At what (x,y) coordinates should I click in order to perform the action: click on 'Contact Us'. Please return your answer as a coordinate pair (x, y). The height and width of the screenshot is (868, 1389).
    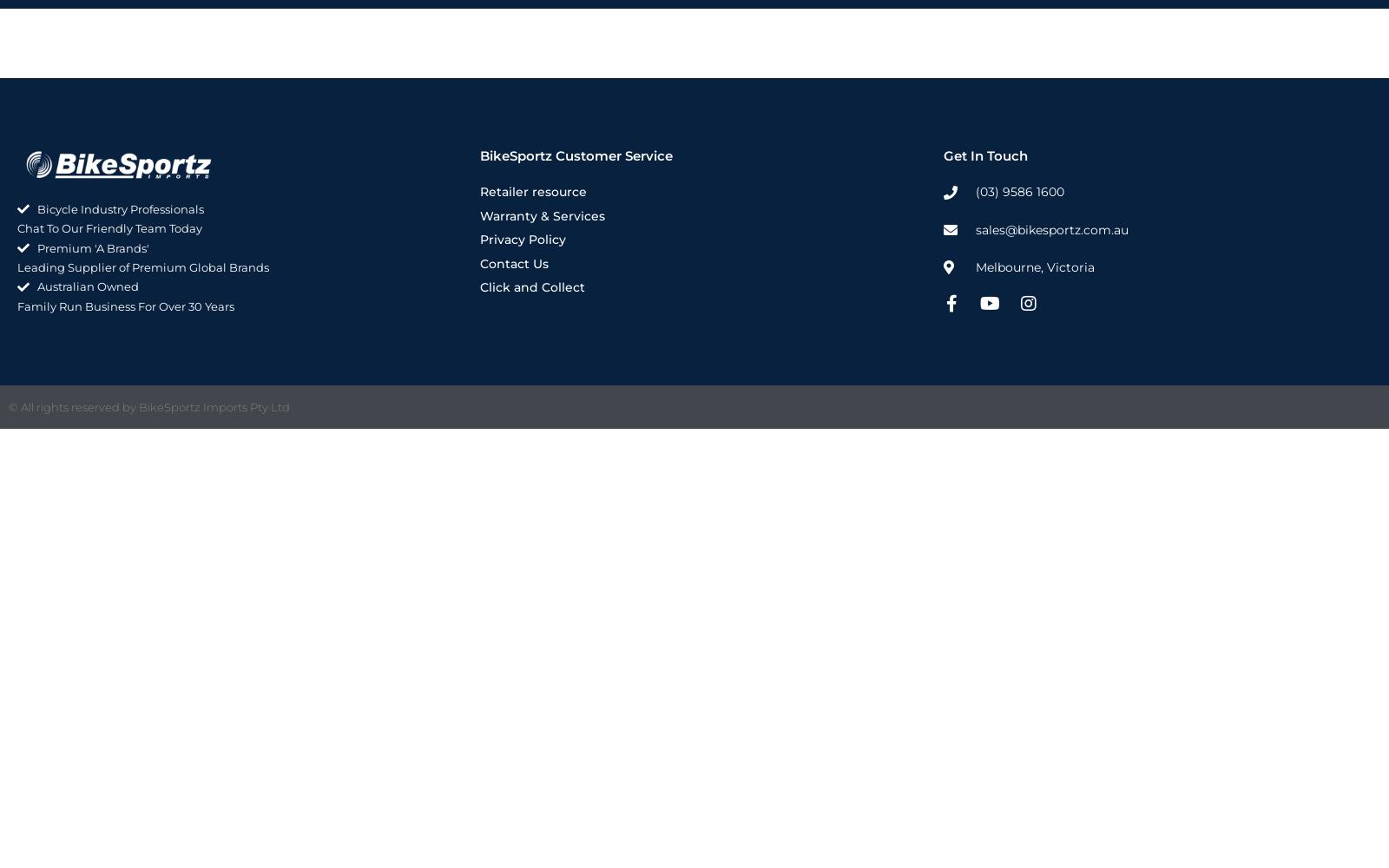
    Looking at the image, I should click on (513, 263).